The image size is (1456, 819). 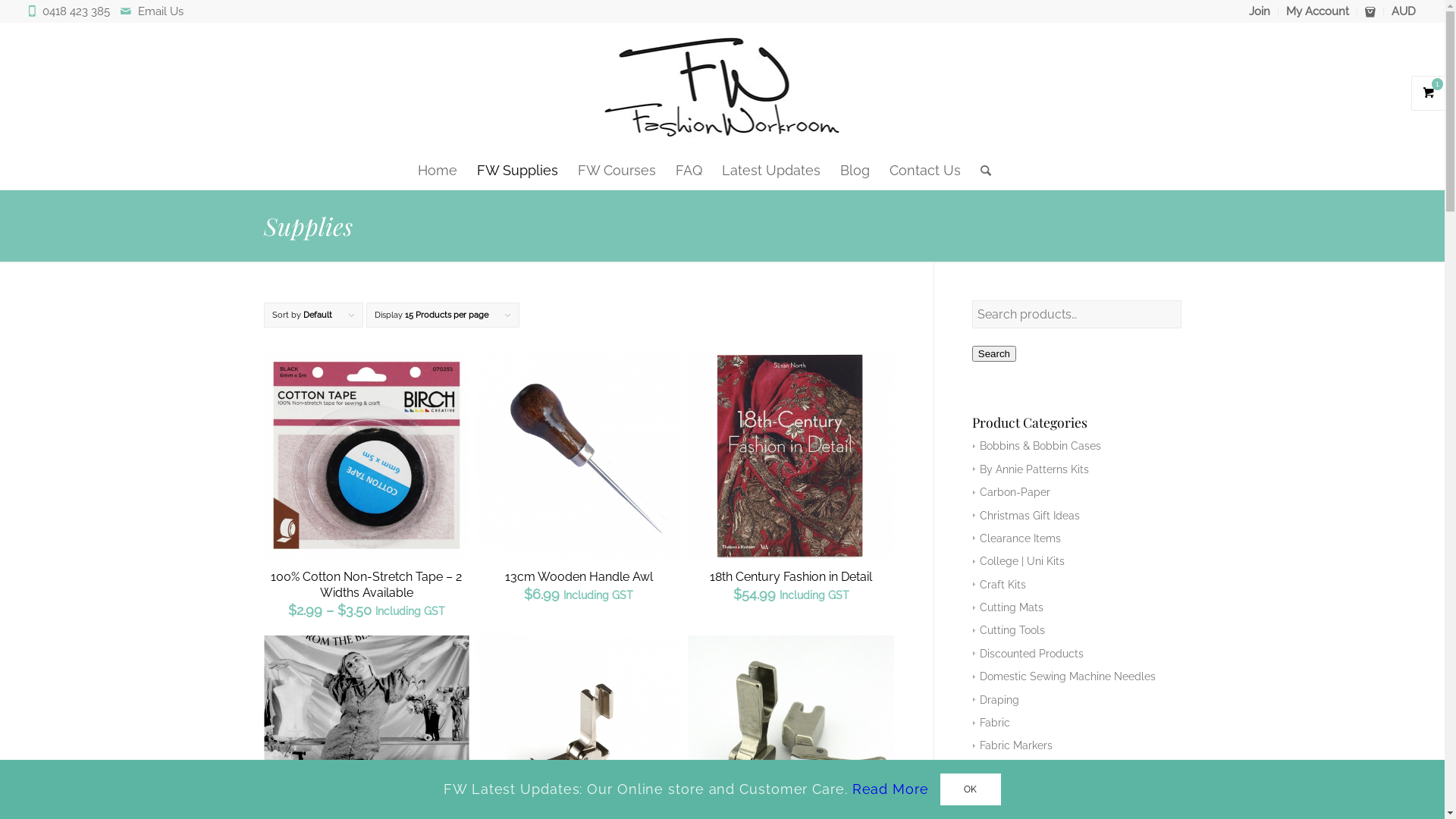 I want to click on 'Craft Kits', so click(x=999, y=584).